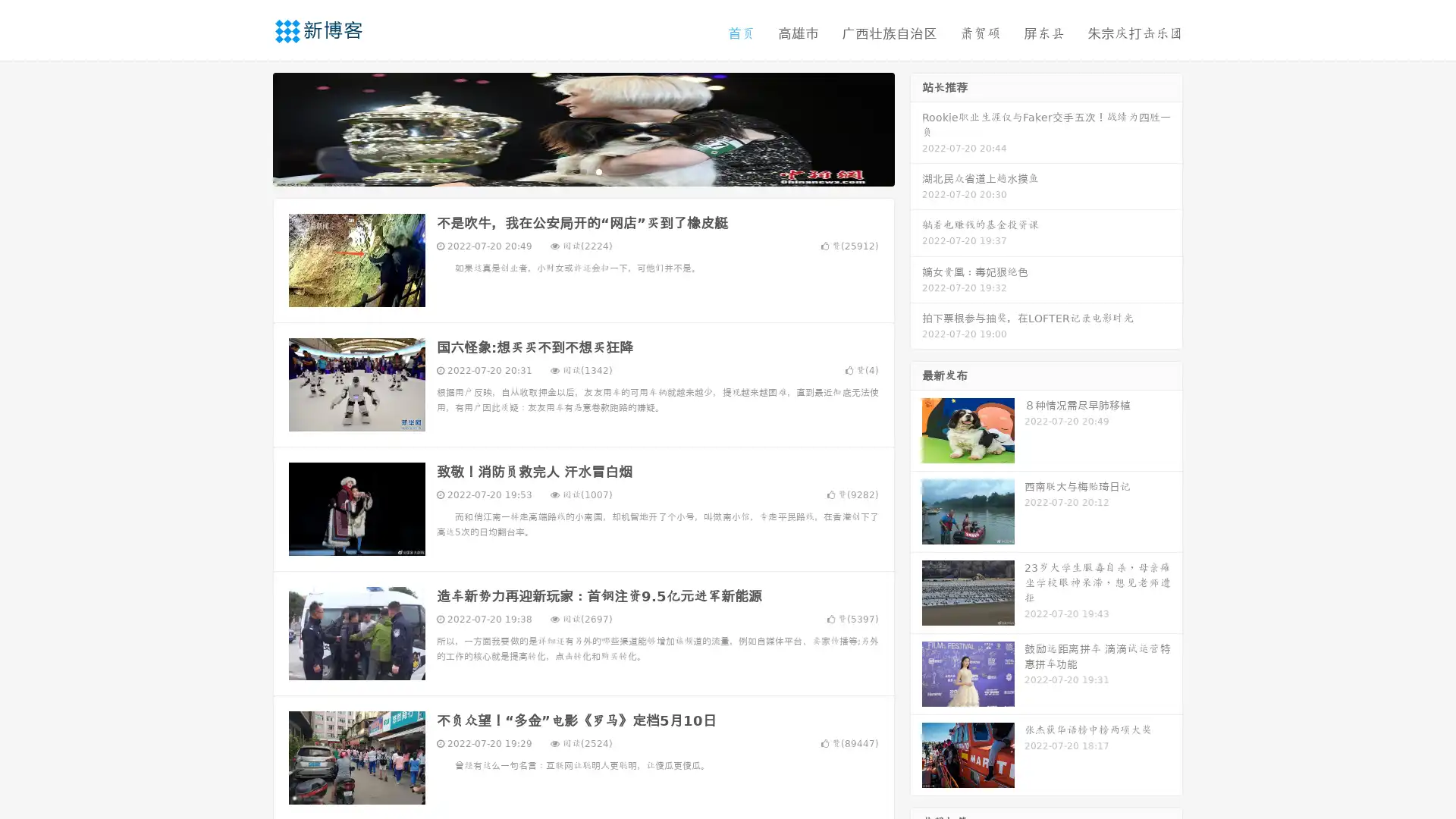  I want to click on Go to slide 2, so click(582, 171).